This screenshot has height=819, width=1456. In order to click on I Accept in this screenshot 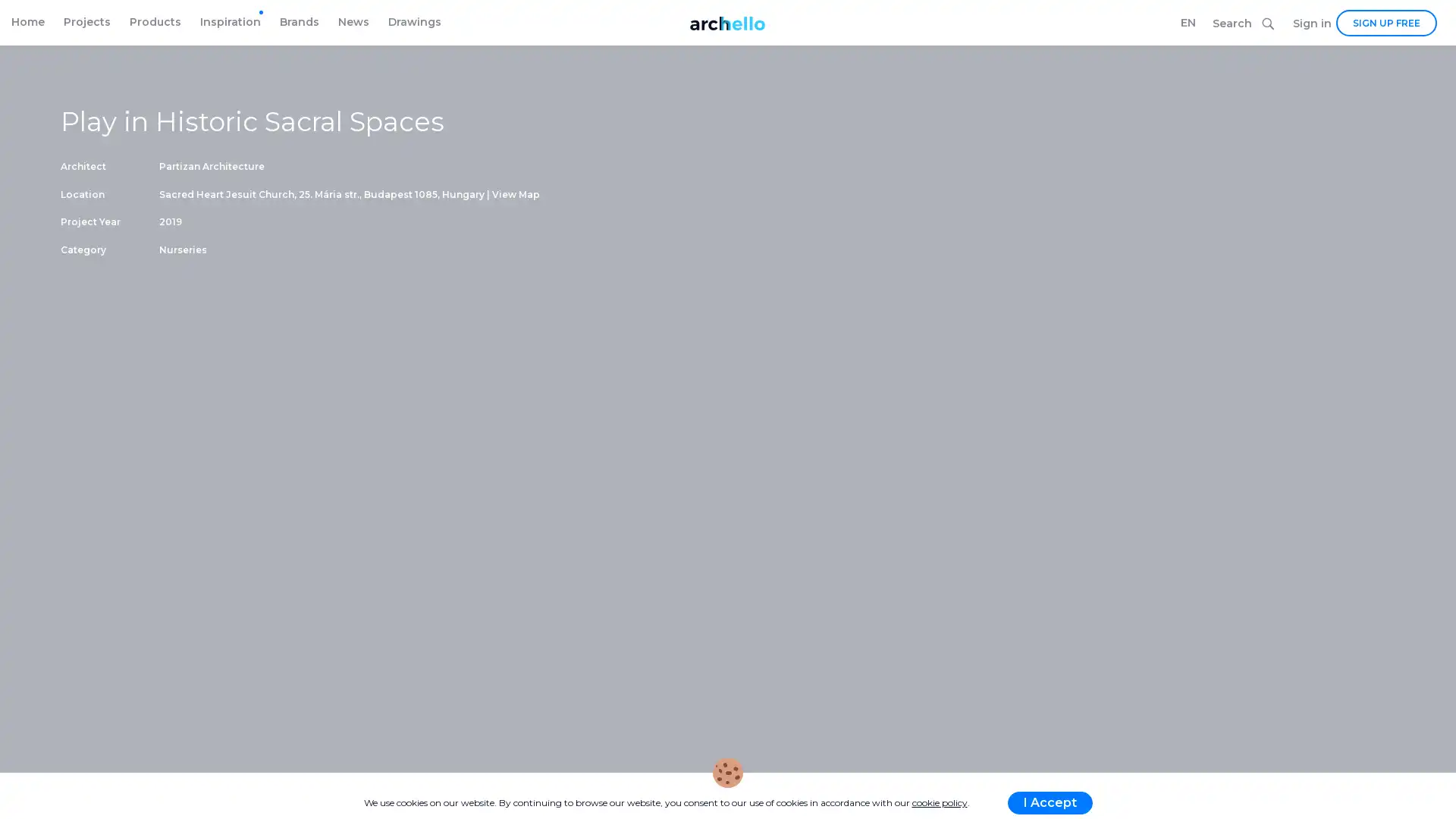, I will do `click(1048, 802)`.